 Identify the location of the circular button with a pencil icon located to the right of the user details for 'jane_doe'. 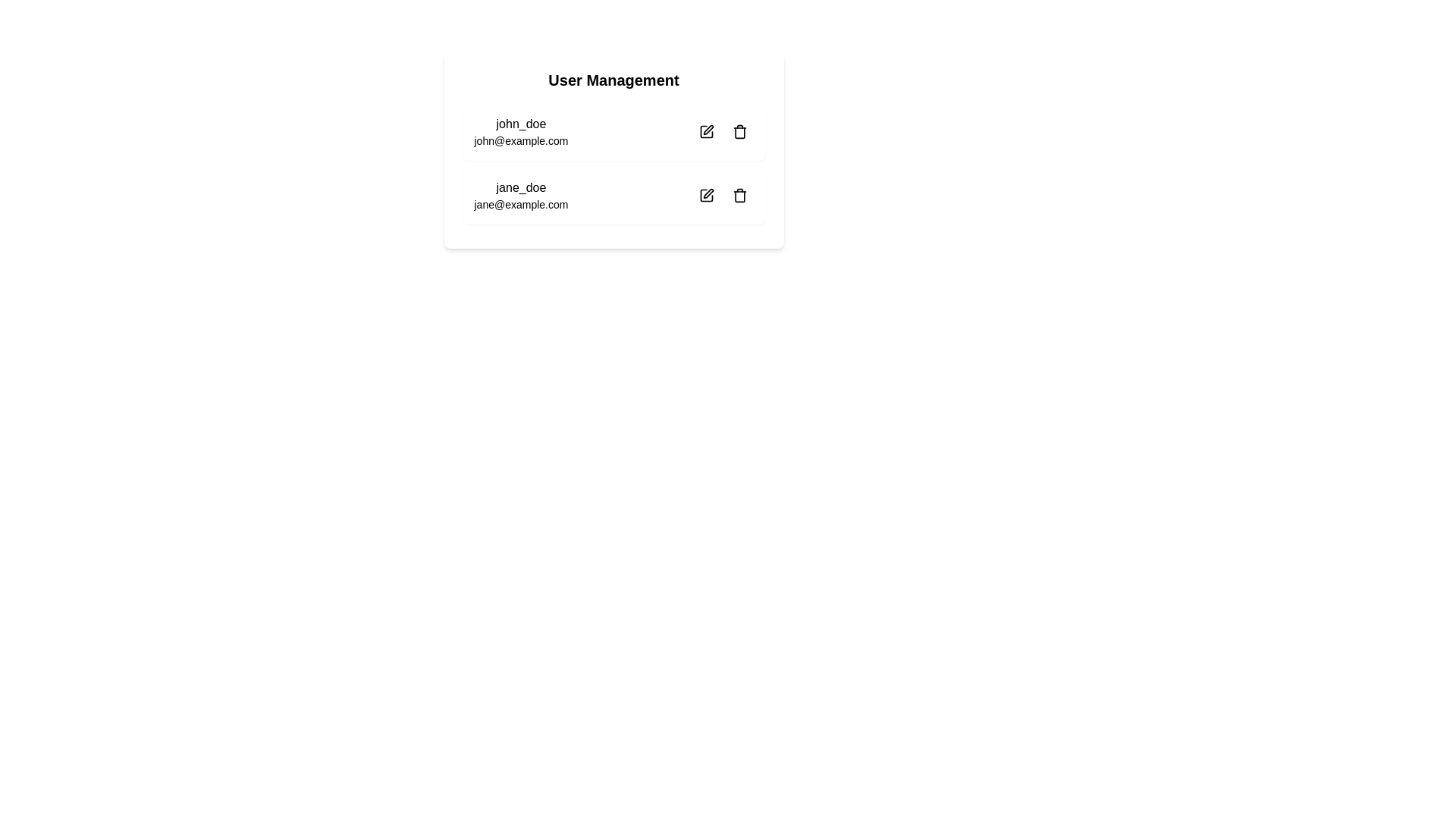
(705, 195).